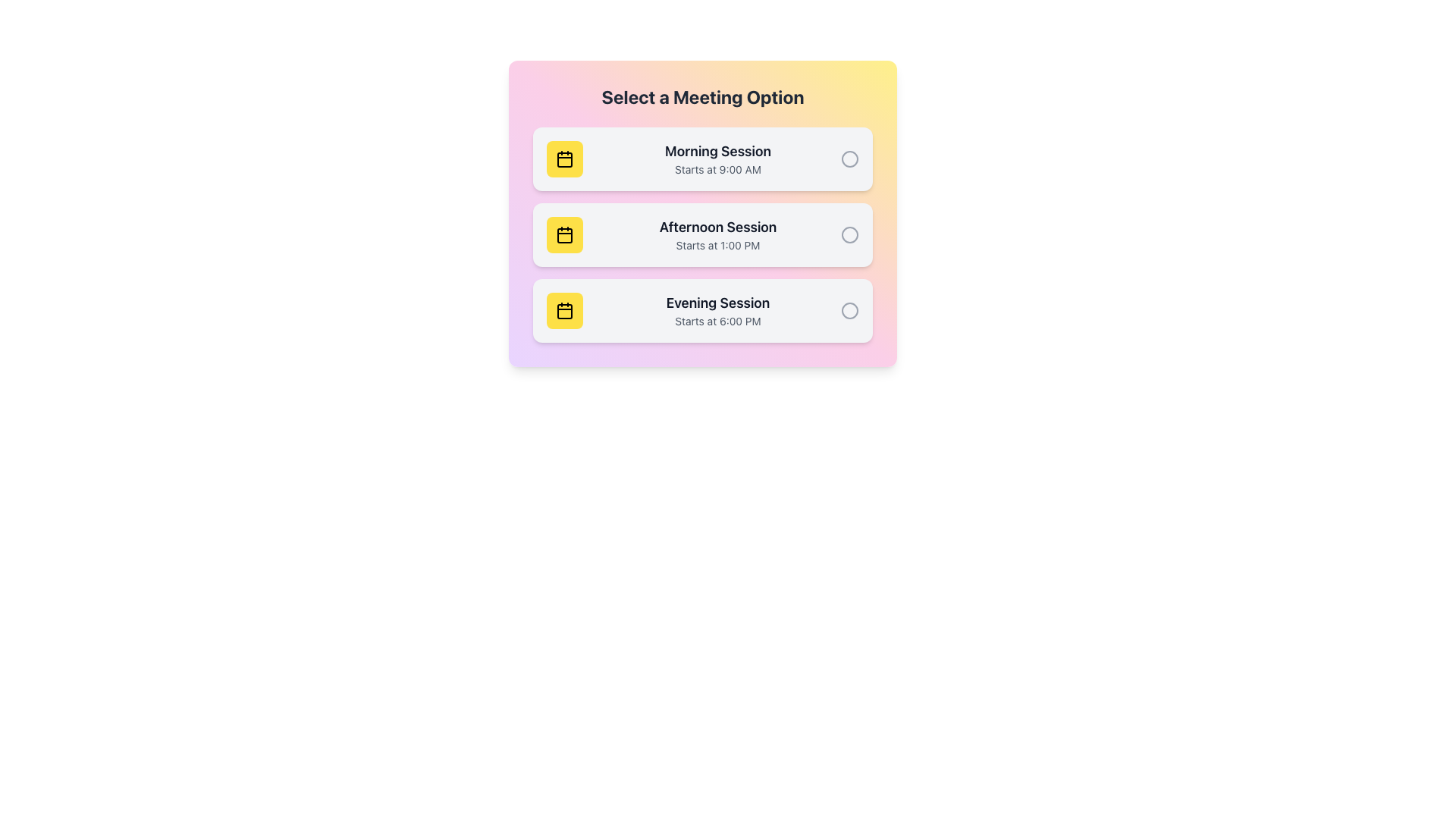 The height and width of the screenshot is (819, 1456). Describe the element at coordinates (701, 234) in the screenshot. I see `the radio button group` at that location.